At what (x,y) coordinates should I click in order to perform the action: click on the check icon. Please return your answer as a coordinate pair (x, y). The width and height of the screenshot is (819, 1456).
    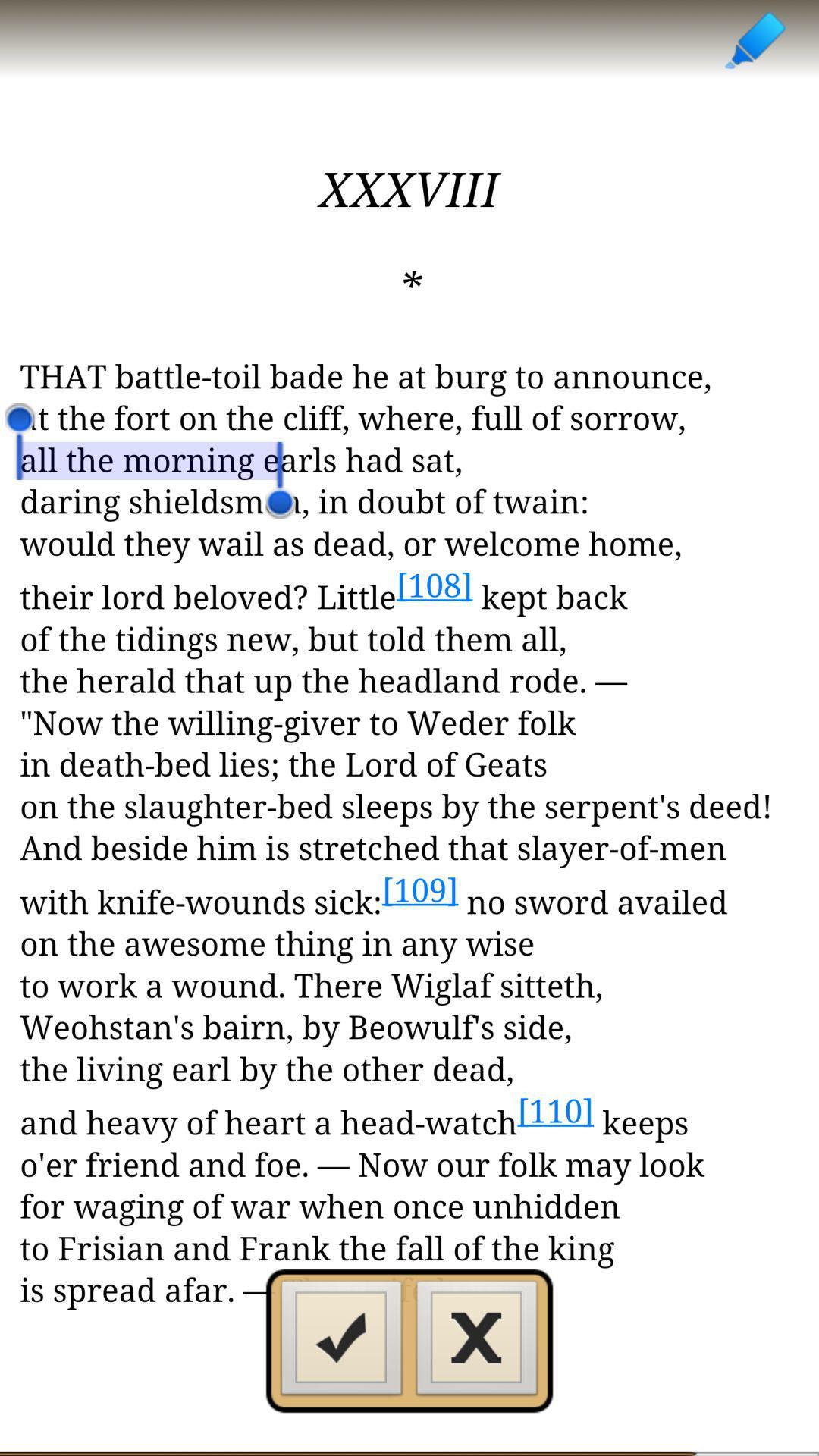
    Looking at the image, I should click on (341, 1342).